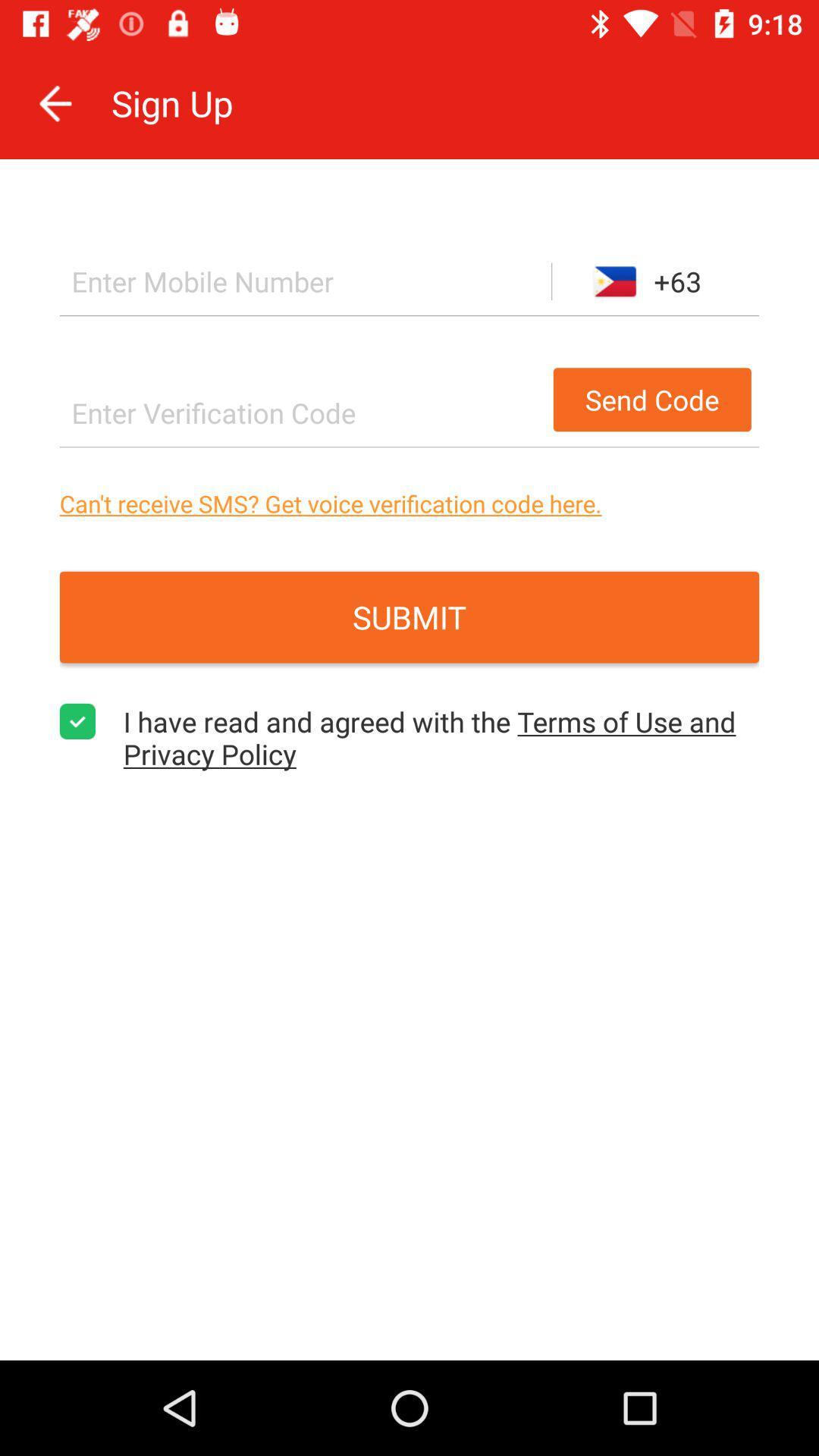 This screenshot has width=819, height=1456. What do you see at coordinates (409, 617) in the screenshot?
I see `the item below can t receive icon` at bounding box center [409, 617].